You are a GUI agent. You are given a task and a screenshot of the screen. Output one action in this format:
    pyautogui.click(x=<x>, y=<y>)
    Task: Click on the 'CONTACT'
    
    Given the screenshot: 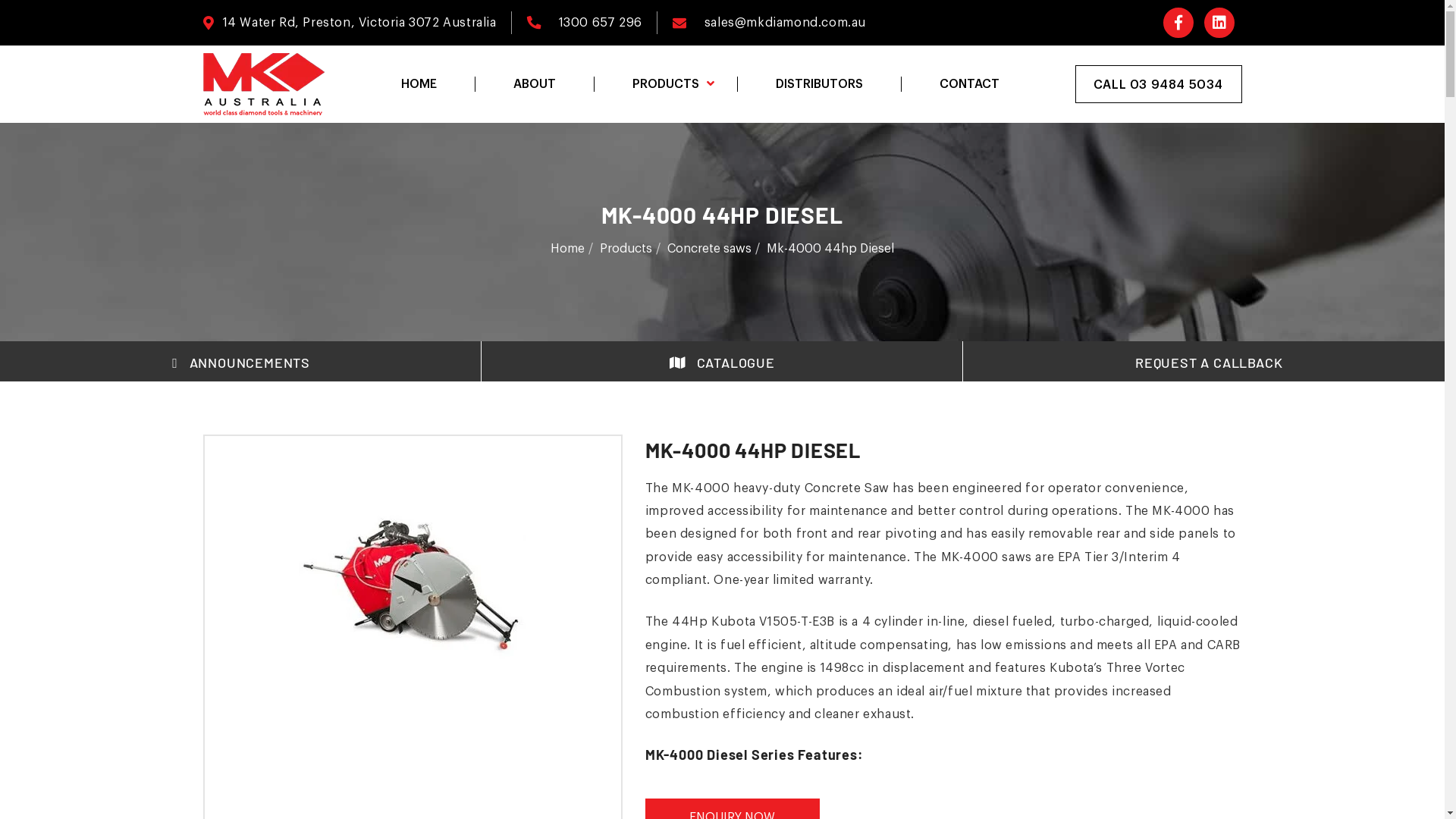 What is the action you would take?
    pyautogui.click(x=901, y=84)
    